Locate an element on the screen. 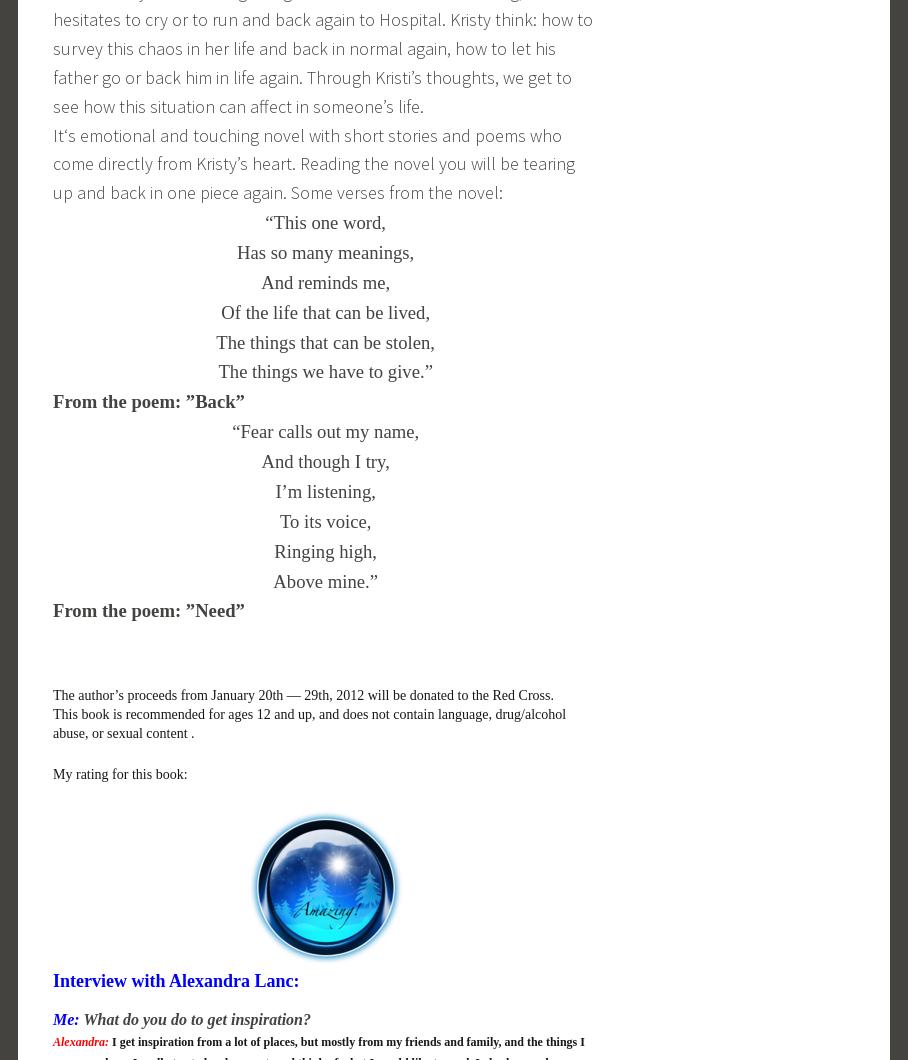 This screenshot has height=1060, width=908. 'I’m listening,' is located at coordinates (275, 489).